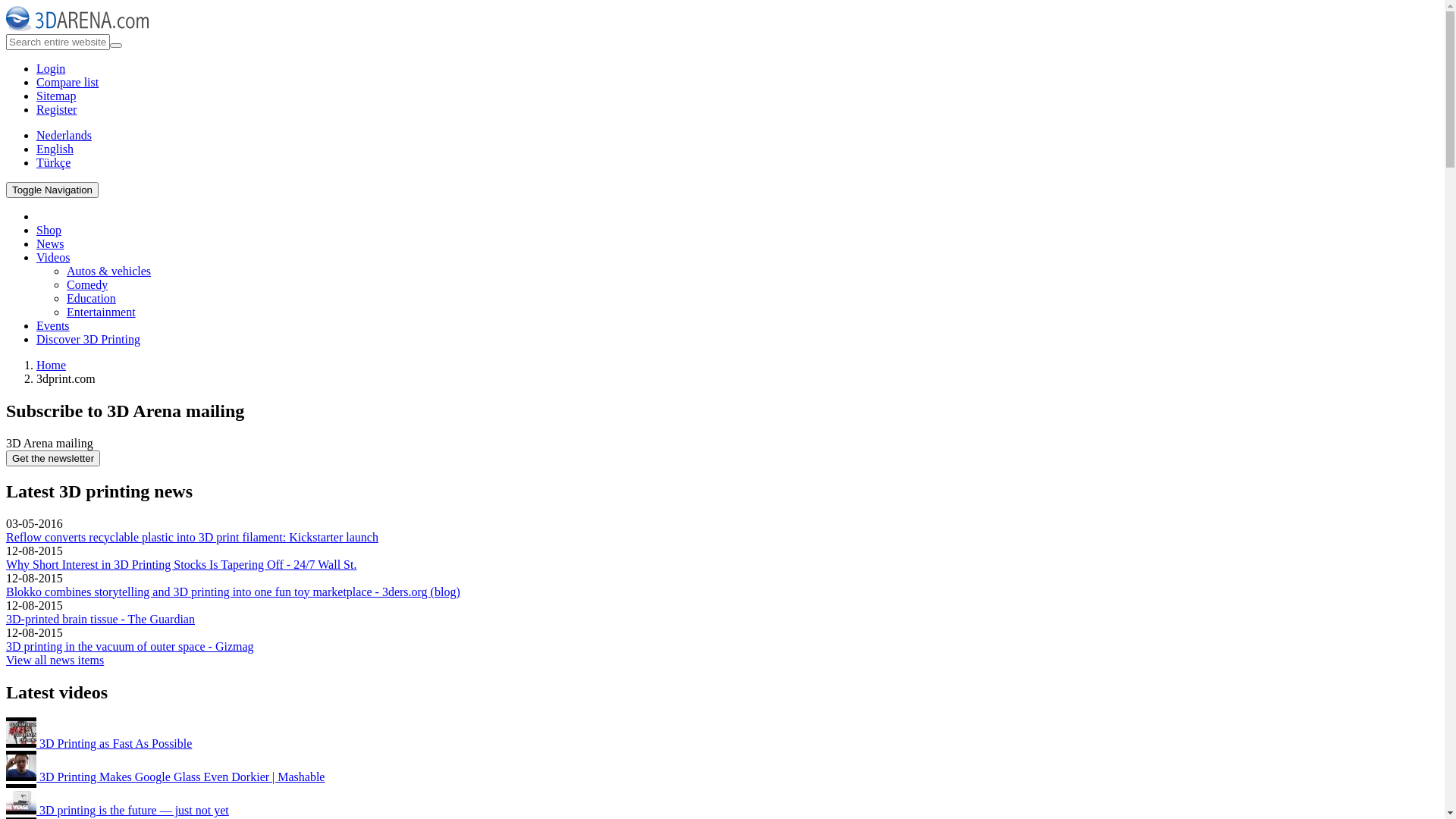 The image size is (1456, 819). I want to click on 'Events', so click(53, 325).